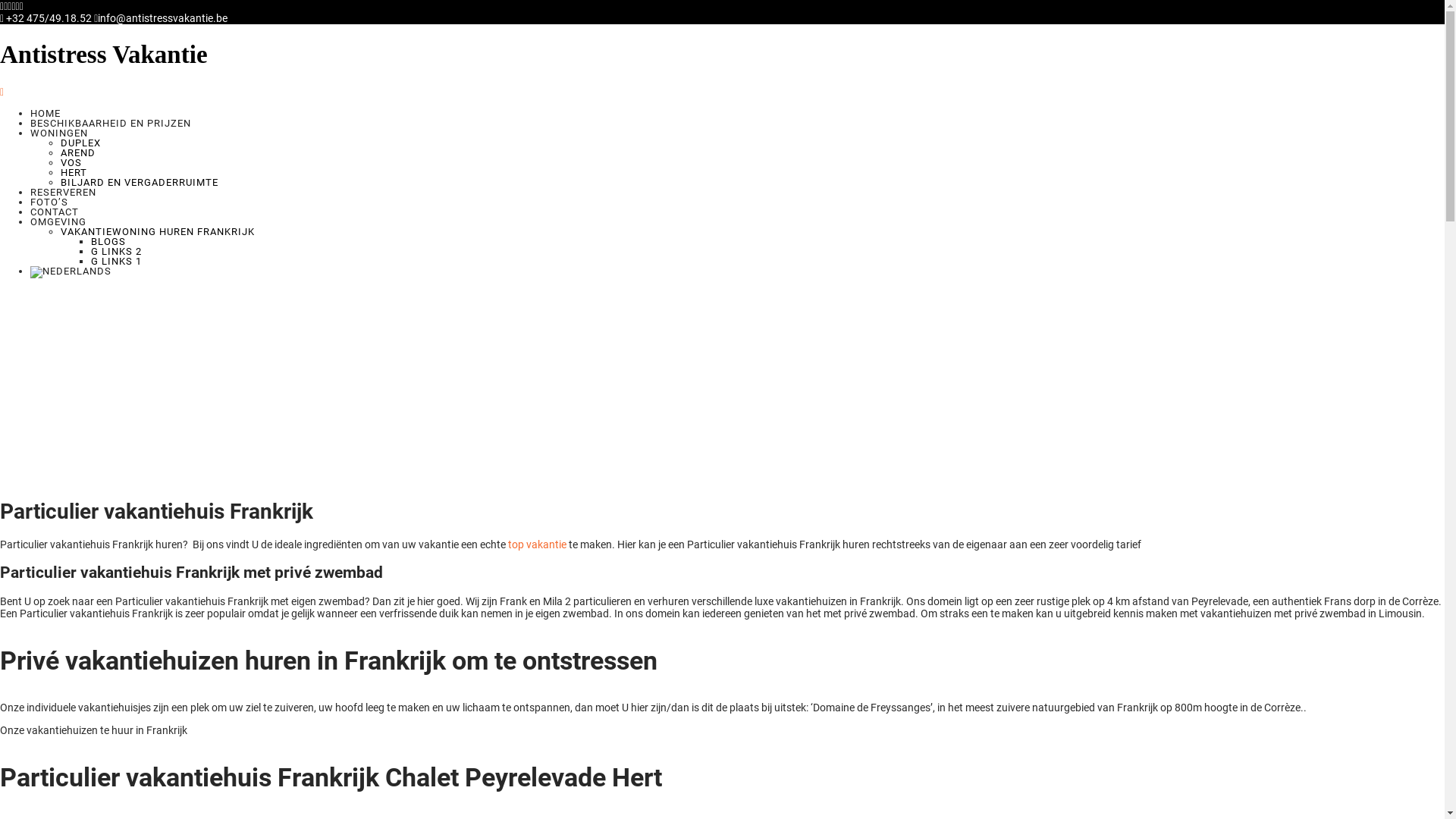  What do you see at coordinates (30, 122) in the screenshot?
I see `'BESCHIKBAARHEID EN PRIJZEN'` at bounding box center [30, 122].